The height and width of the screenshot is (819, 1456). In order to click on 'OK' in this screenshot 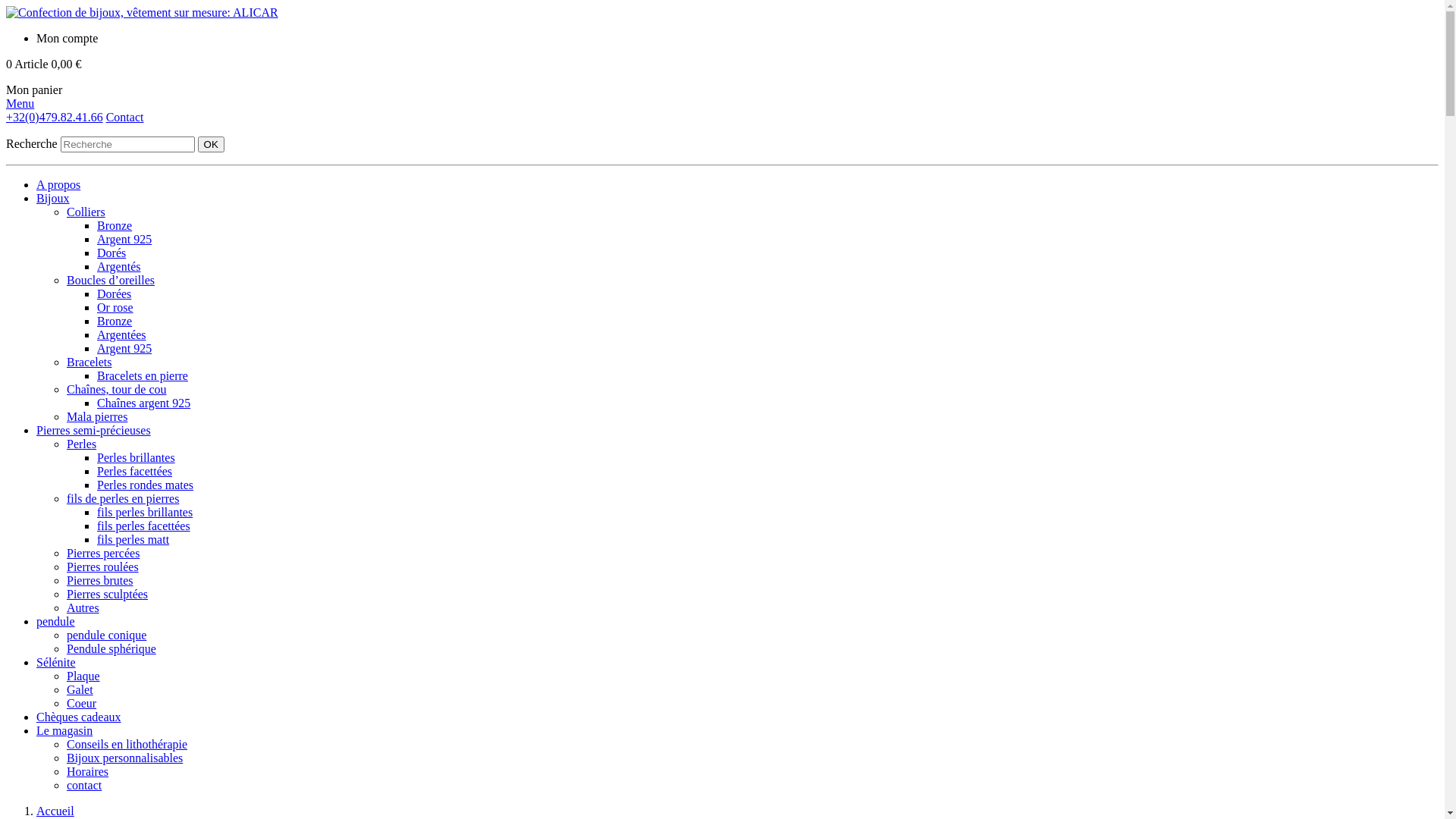, I will do `click(210, 144)`.